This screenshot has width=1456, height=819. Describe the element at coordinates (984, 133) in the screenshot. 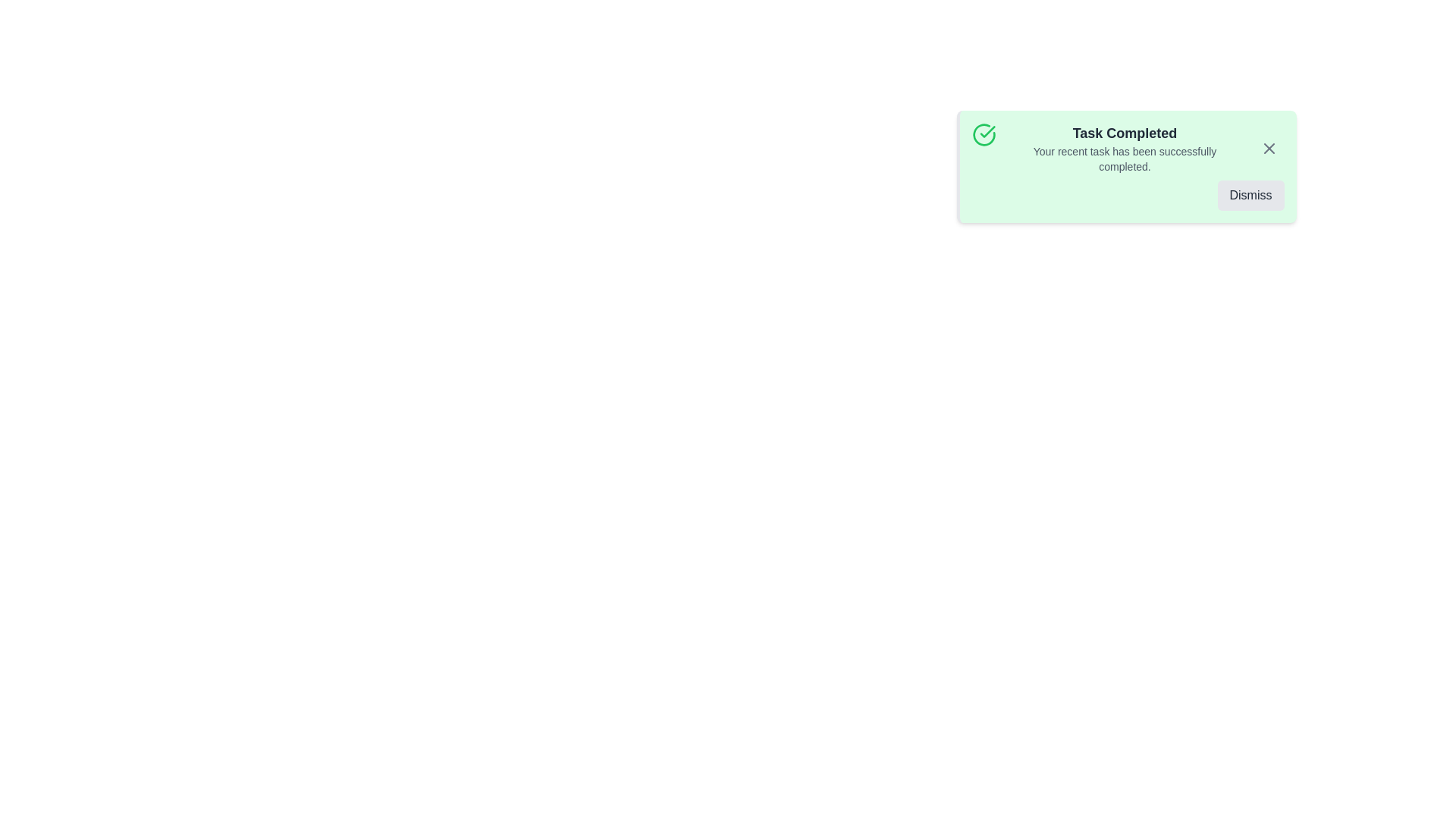

I see `the circular green checkmark icon located to the left of the text 'Task Completed' in the green notification banner` at that location.